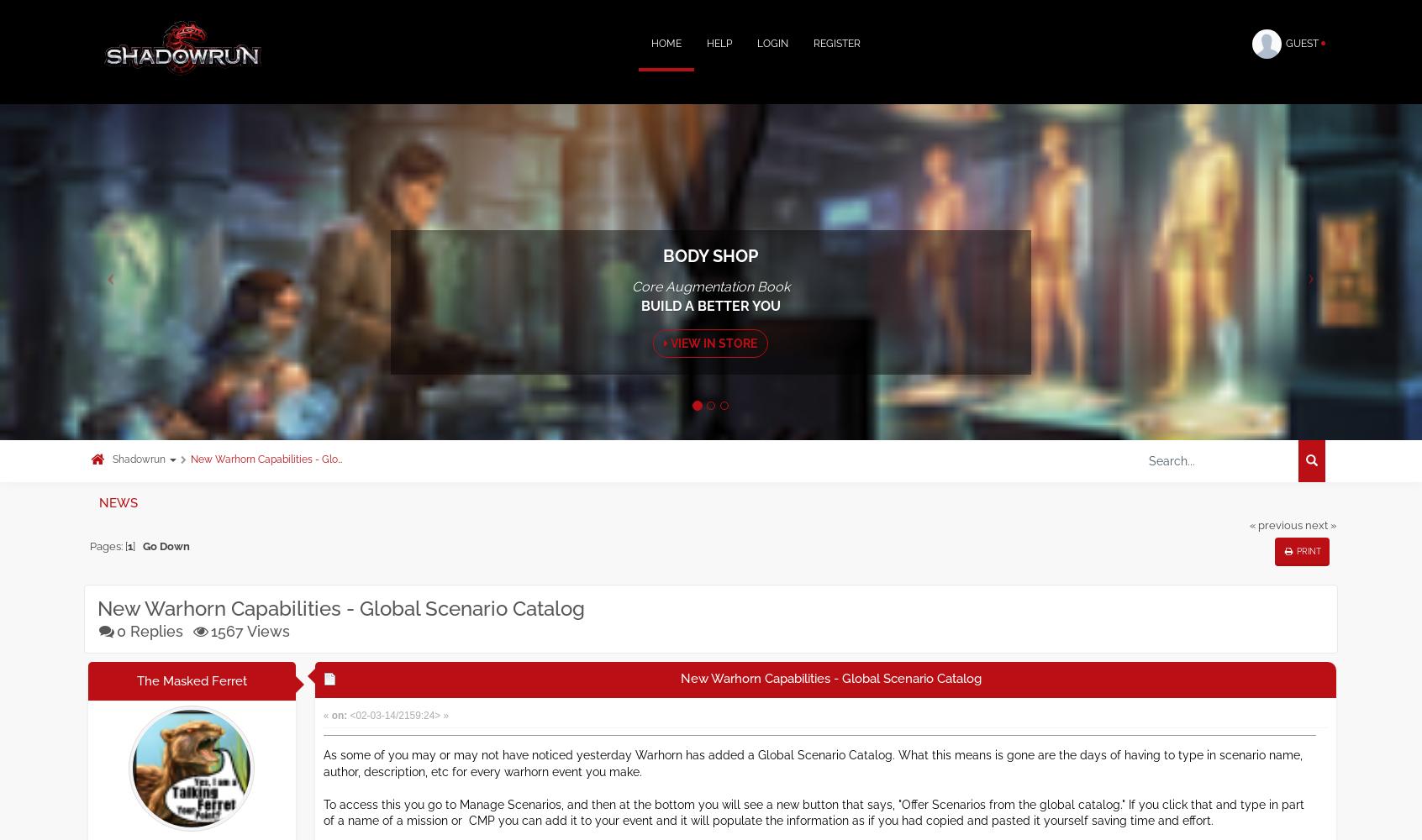  What do you see at coordinates (709, 286) in the screenshot?
I see `'Core Augmentation Book'` at bounding box center [709, 286].